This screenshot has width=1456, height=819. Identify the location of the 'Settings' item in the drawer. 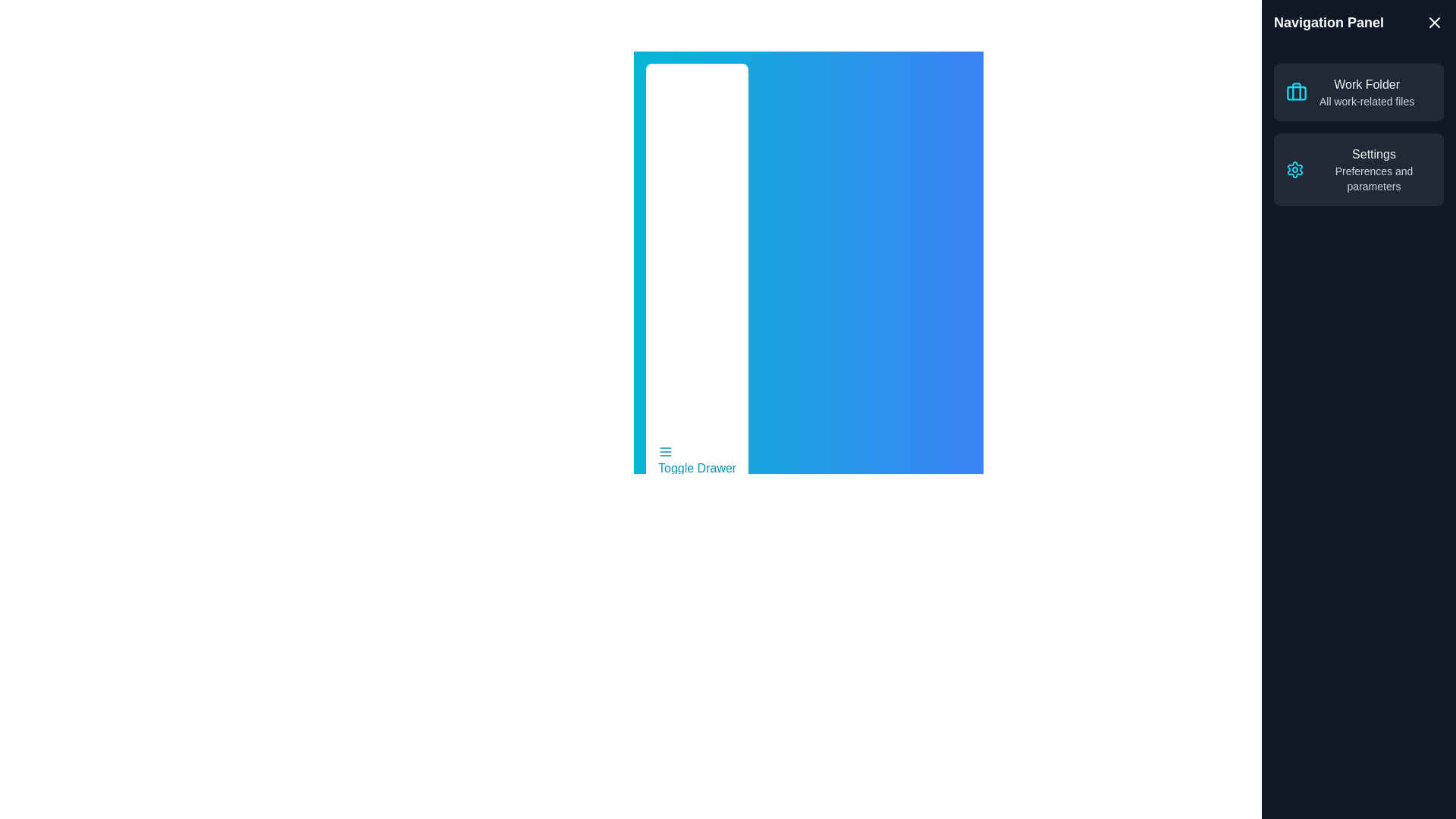
(1373, 169).